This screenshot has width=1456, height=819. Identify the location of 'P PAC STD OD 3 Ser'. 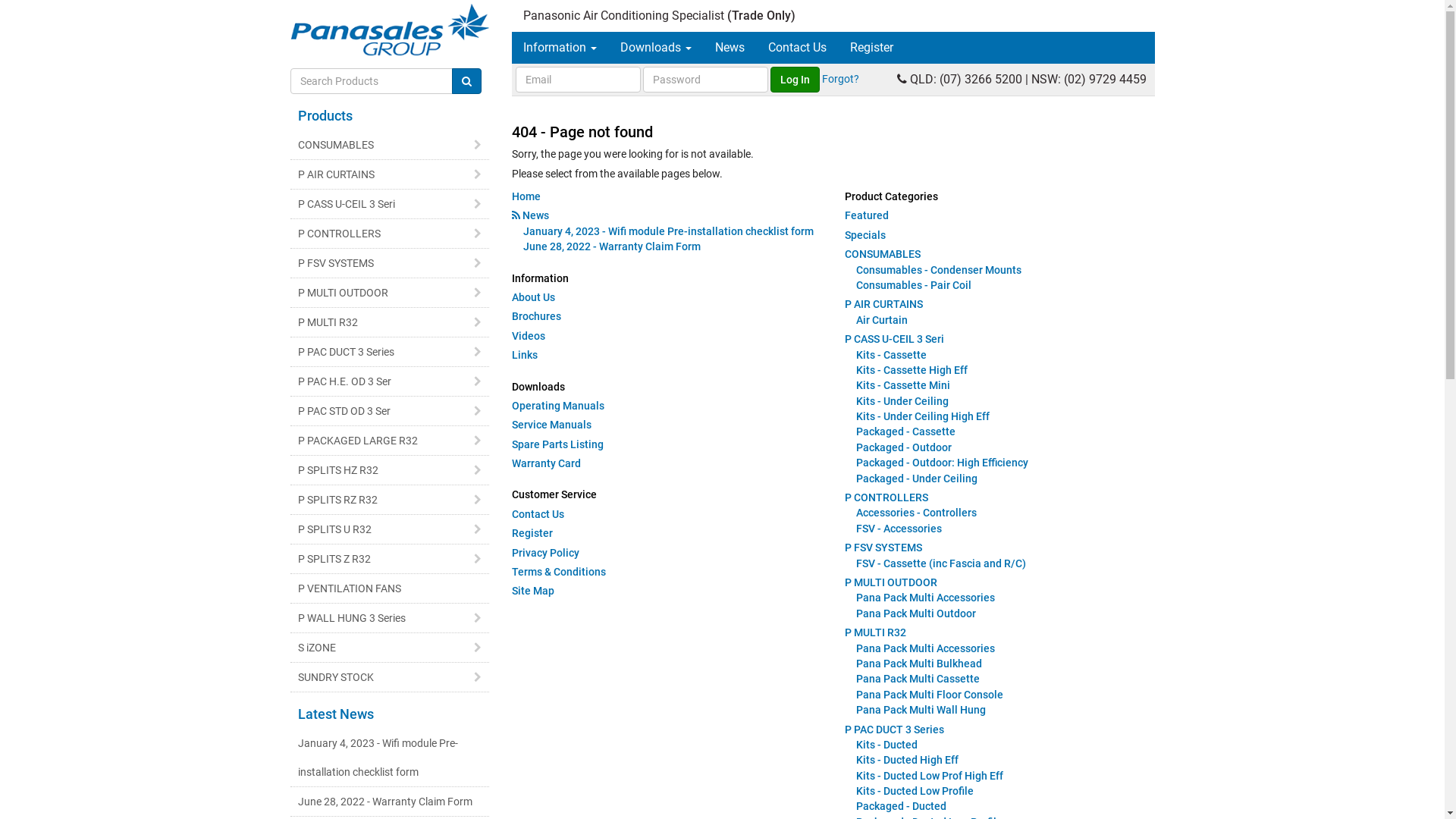
(389, 411).